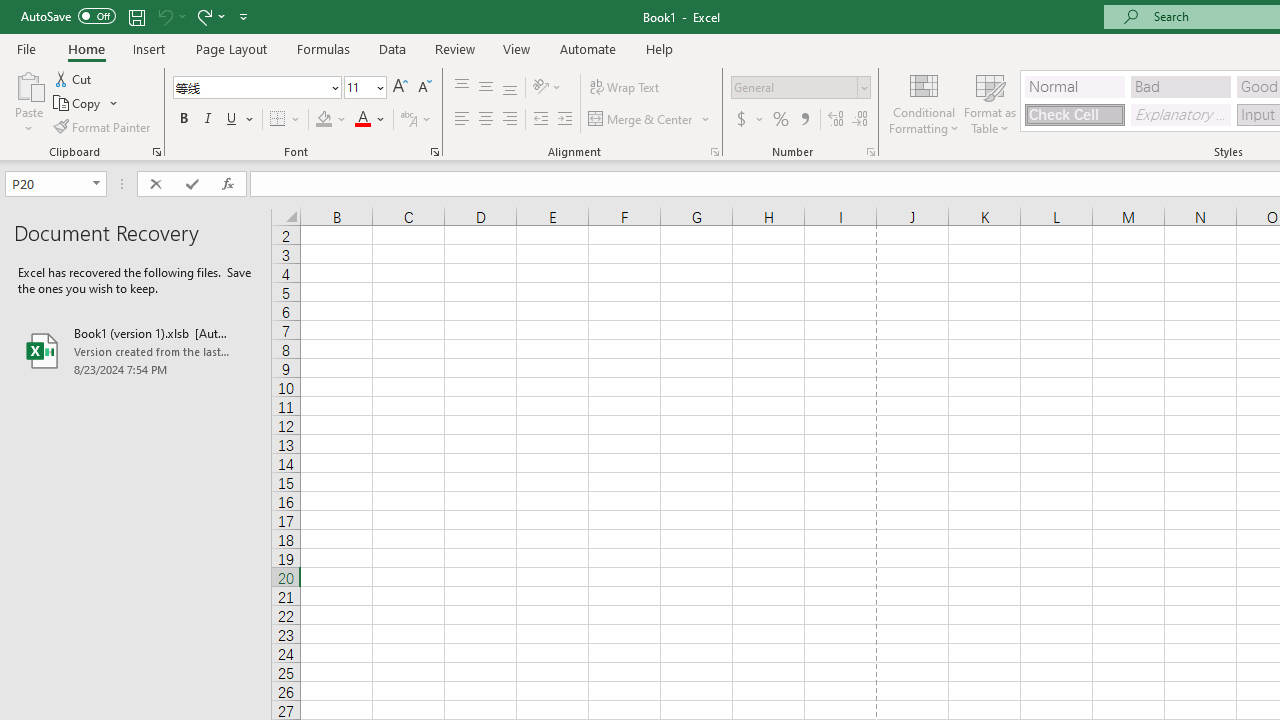  I want to click on 'Merge & Center', so click(641, 119).